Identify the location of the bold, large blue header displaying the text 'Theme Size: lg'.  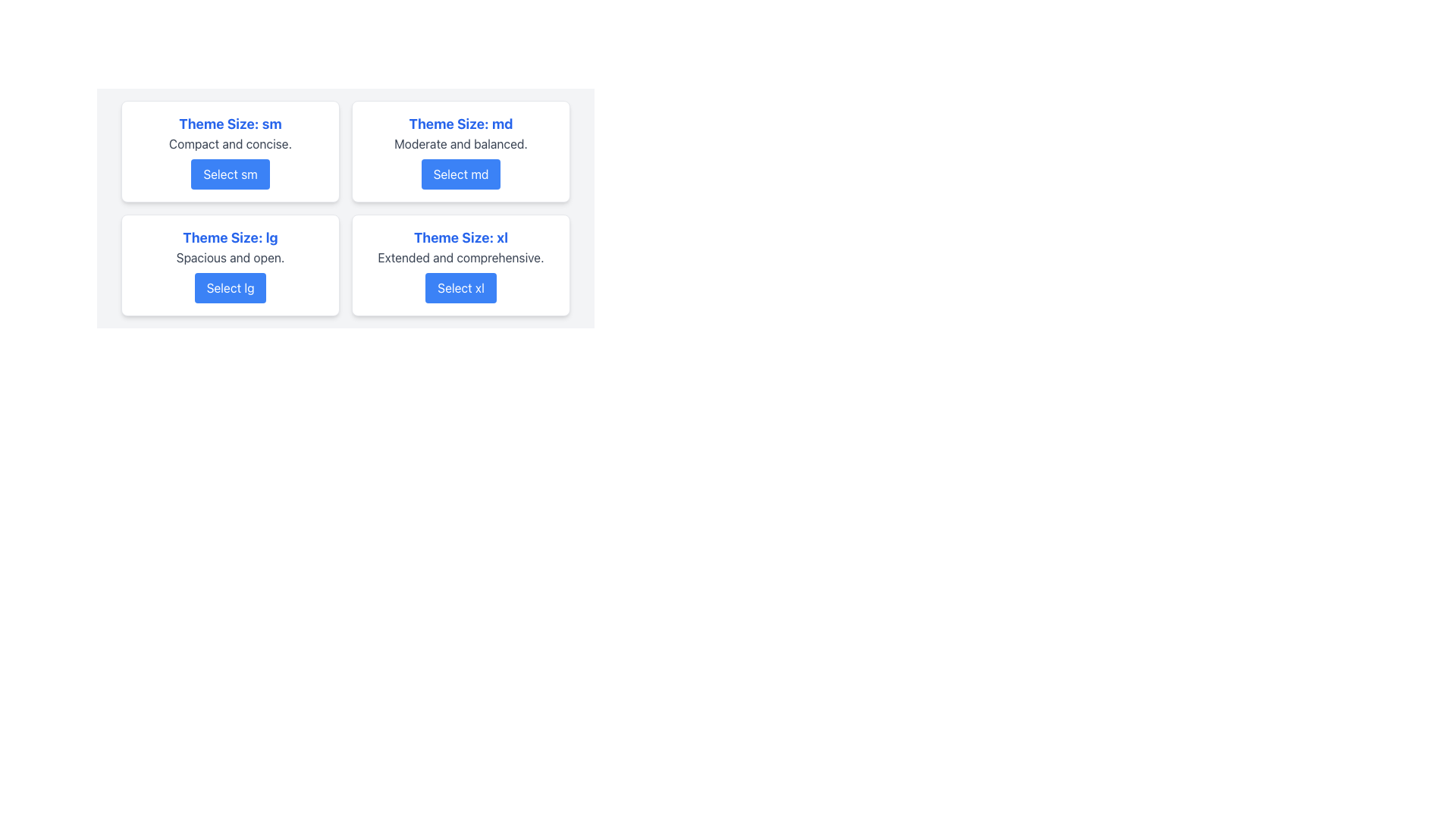
(229, 237).